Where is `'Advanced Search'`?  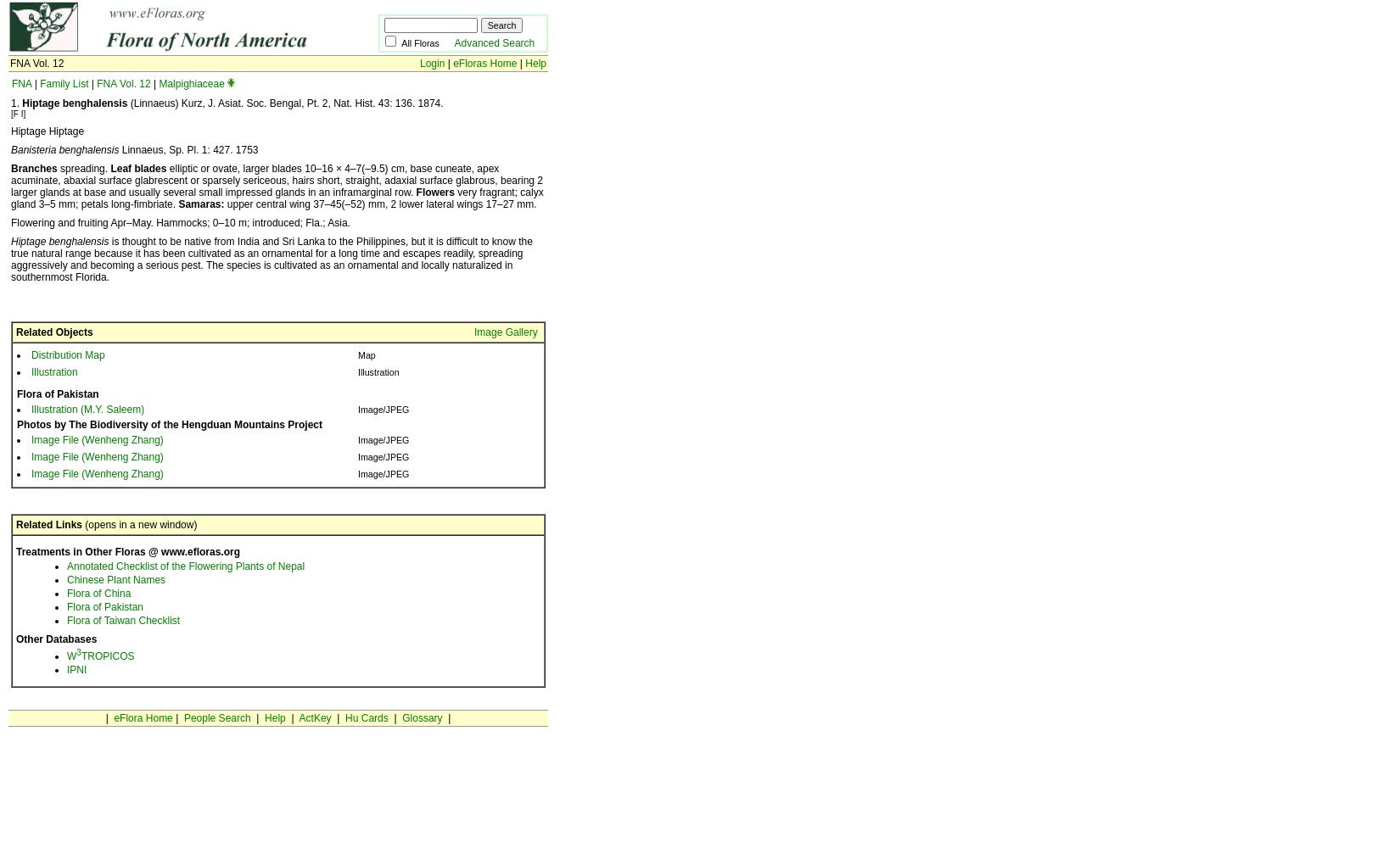
'Advanced Search' is located at coordinates (452, 43).